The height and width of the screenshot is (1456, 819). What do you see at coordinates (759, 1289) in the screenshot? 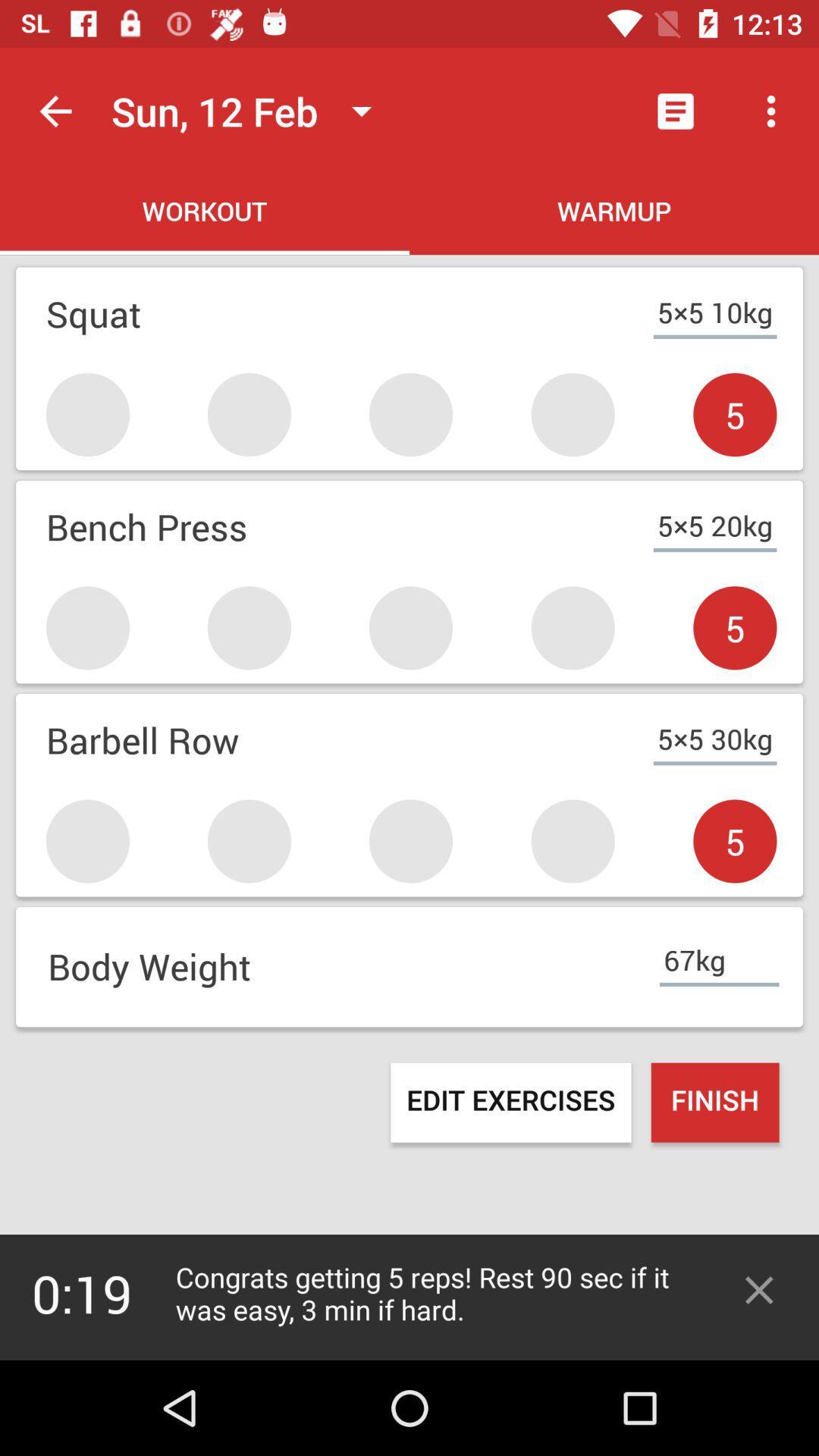
I see `to close the timer` at bounding box center [759, 1289].